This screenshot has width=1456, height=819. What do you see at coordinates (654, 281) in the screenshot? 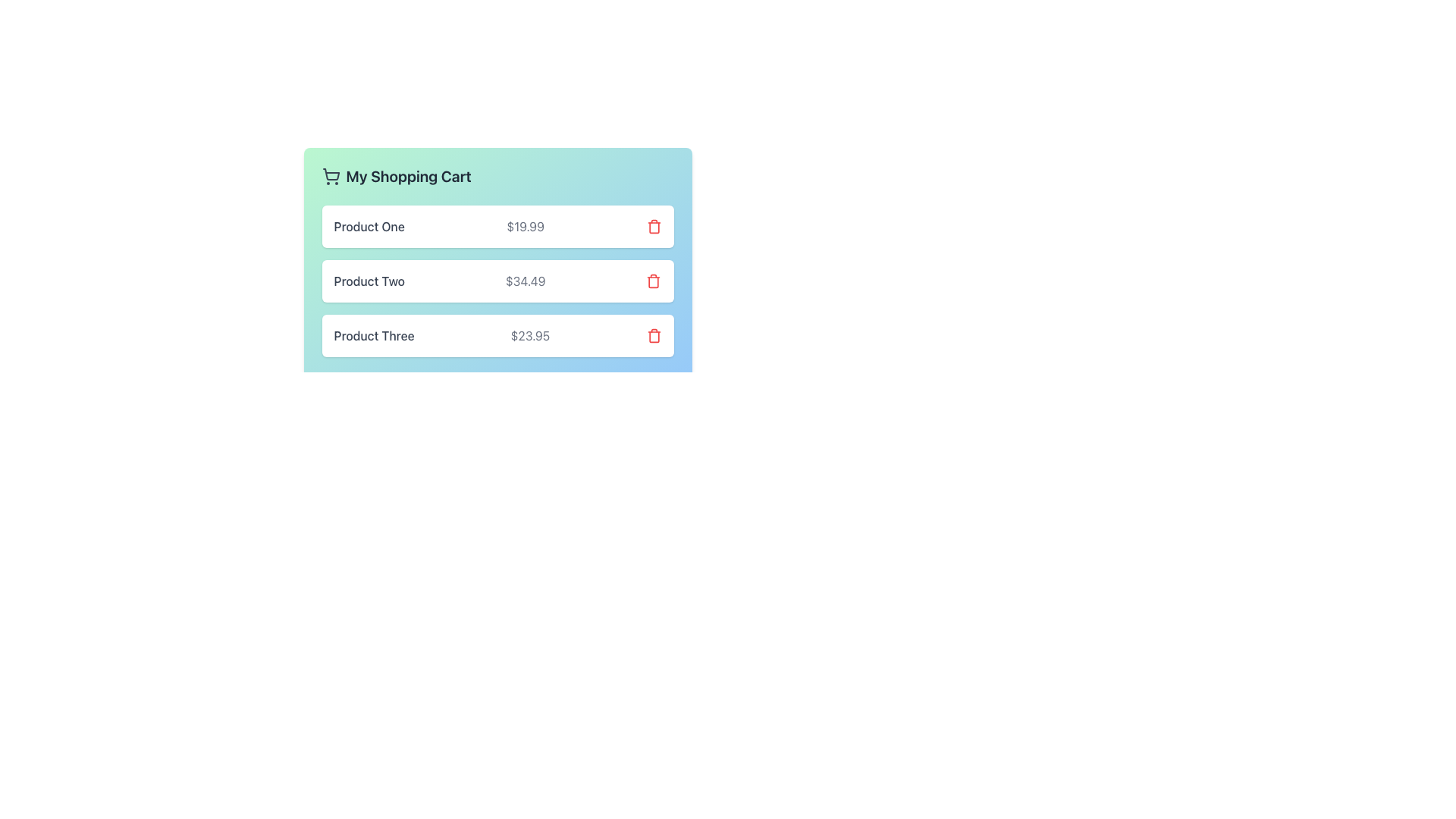
I see `the red trash icon button located in the top-right corner of the 'Product Two' card` at bounding box center [654, 281].